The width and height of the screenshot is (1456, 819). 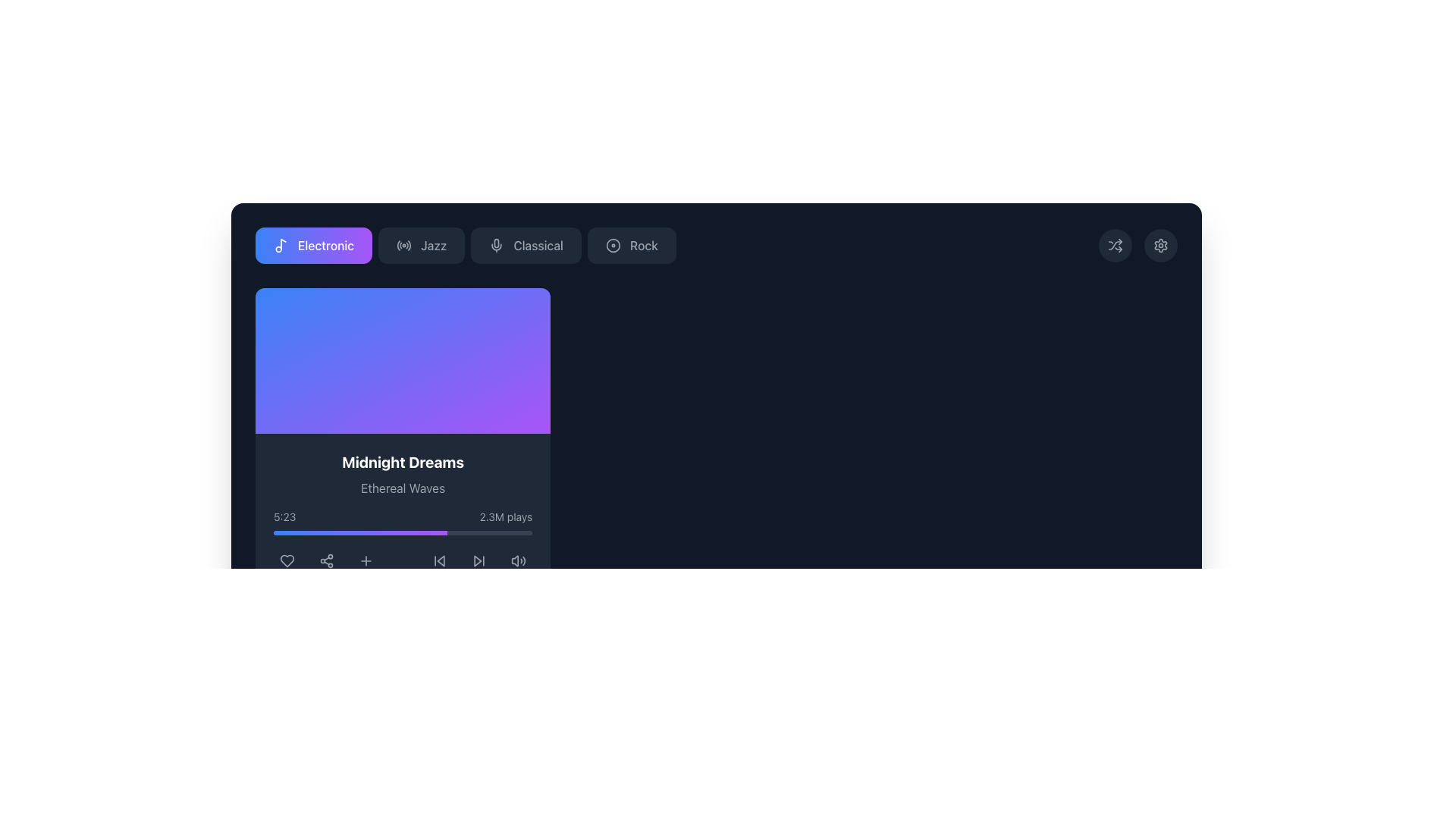 What do you see at coordinates (312, 245) in the screenshot?
I see `the category selector button for the 'Electronic' genre` at bounding box center [312, 245].